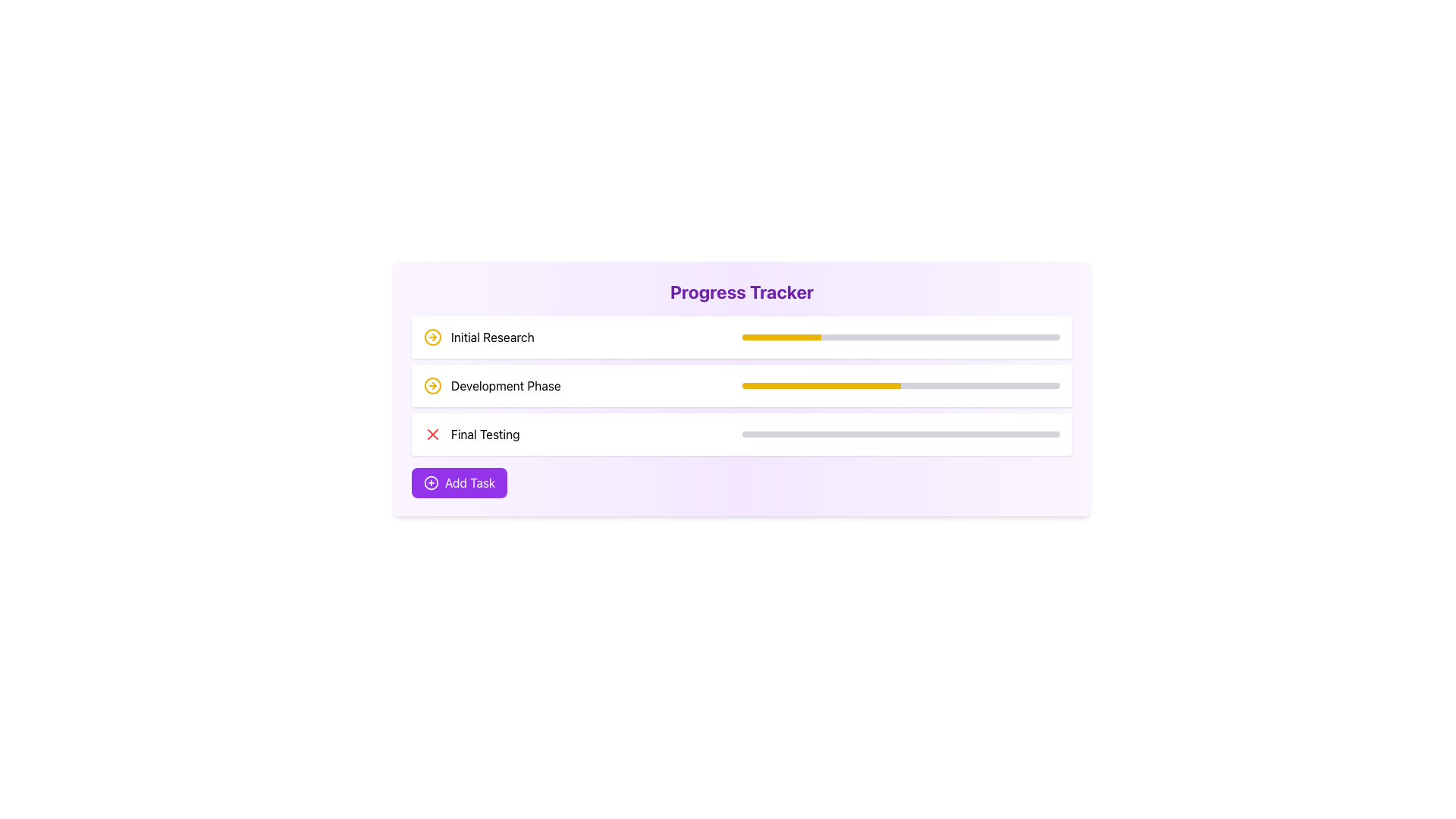 The width and height of the screenshot is (1456, 819). What do you see at coordinates (901, 435) in the screenshot?
I see `the horizontal progress bar located directly below the text 'Final Testing' in the third row of the task list` at bounding box center [901, 435].